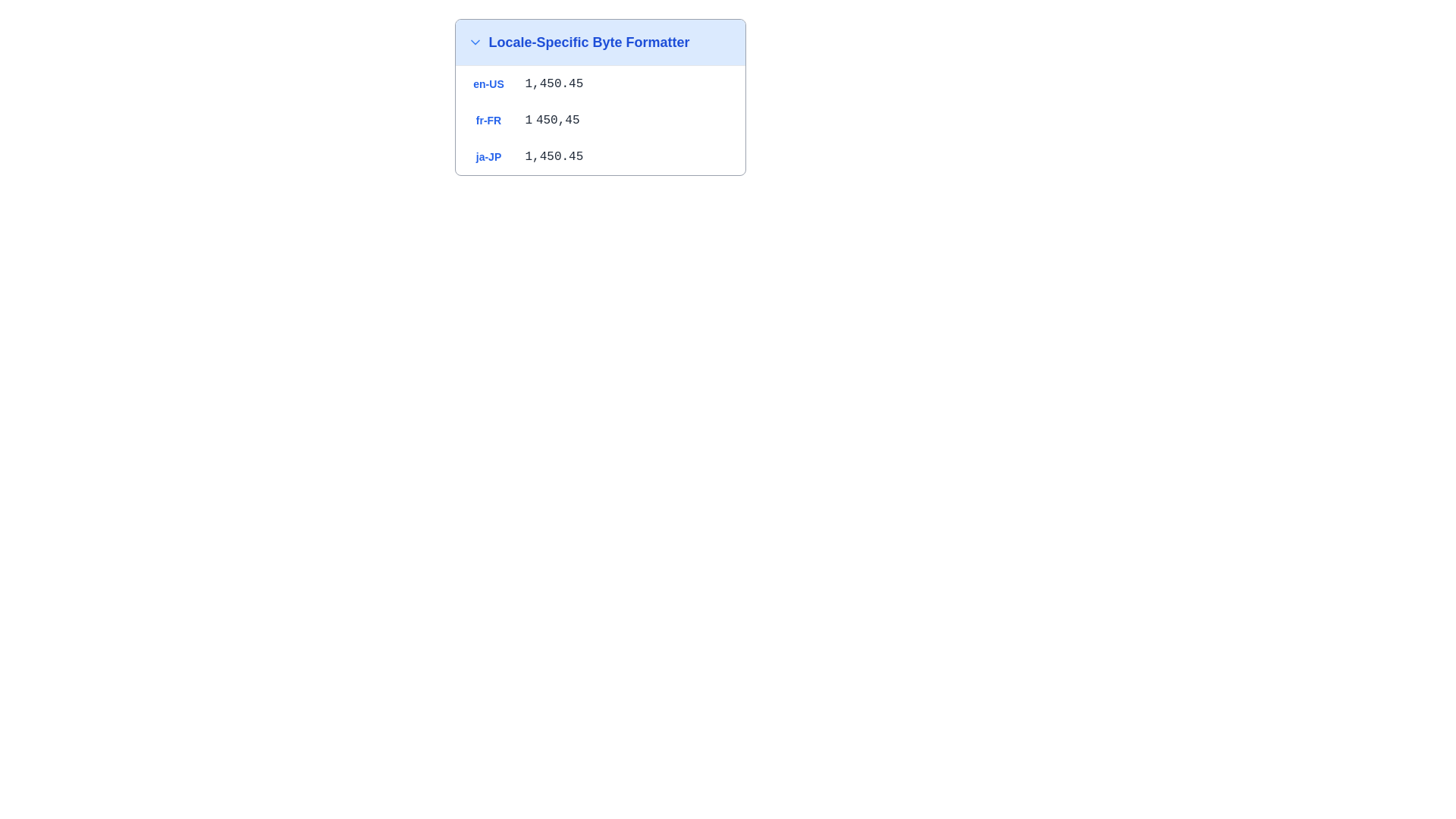 Image resolution: width=1456 pixels, height=819 pixels. Describe the element at coordinates (588, 42) in the screenshot. I see `the text label that says 'Locale-Specific Byte Formatter', which is styled with a bold font and blue color, located in a light blue background and positioned to the right of a downward arrow icon` at that location.